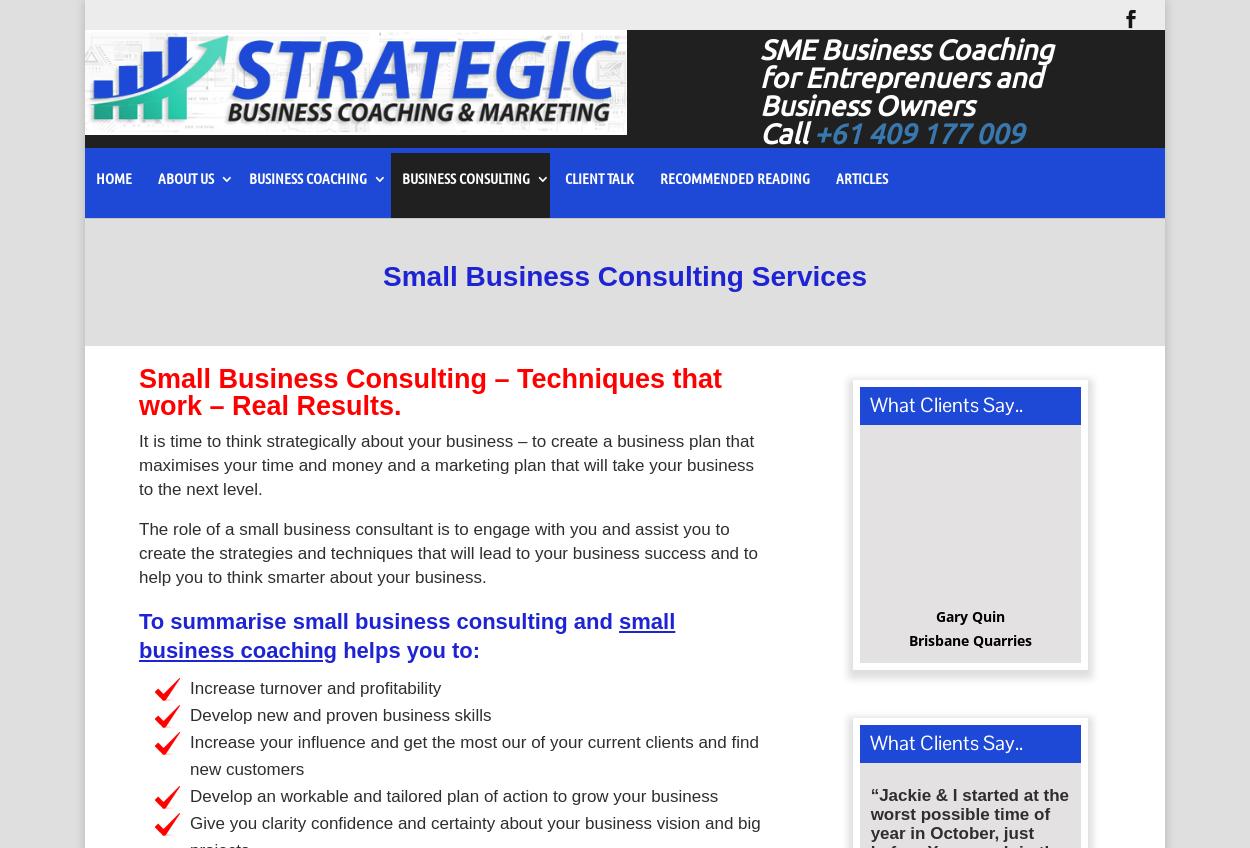 Image resolution: width=1250 pixels, height=848 pixels. I want to click on 'Develop an workable and tailored plan of action to grow your business', so click(453, 802).